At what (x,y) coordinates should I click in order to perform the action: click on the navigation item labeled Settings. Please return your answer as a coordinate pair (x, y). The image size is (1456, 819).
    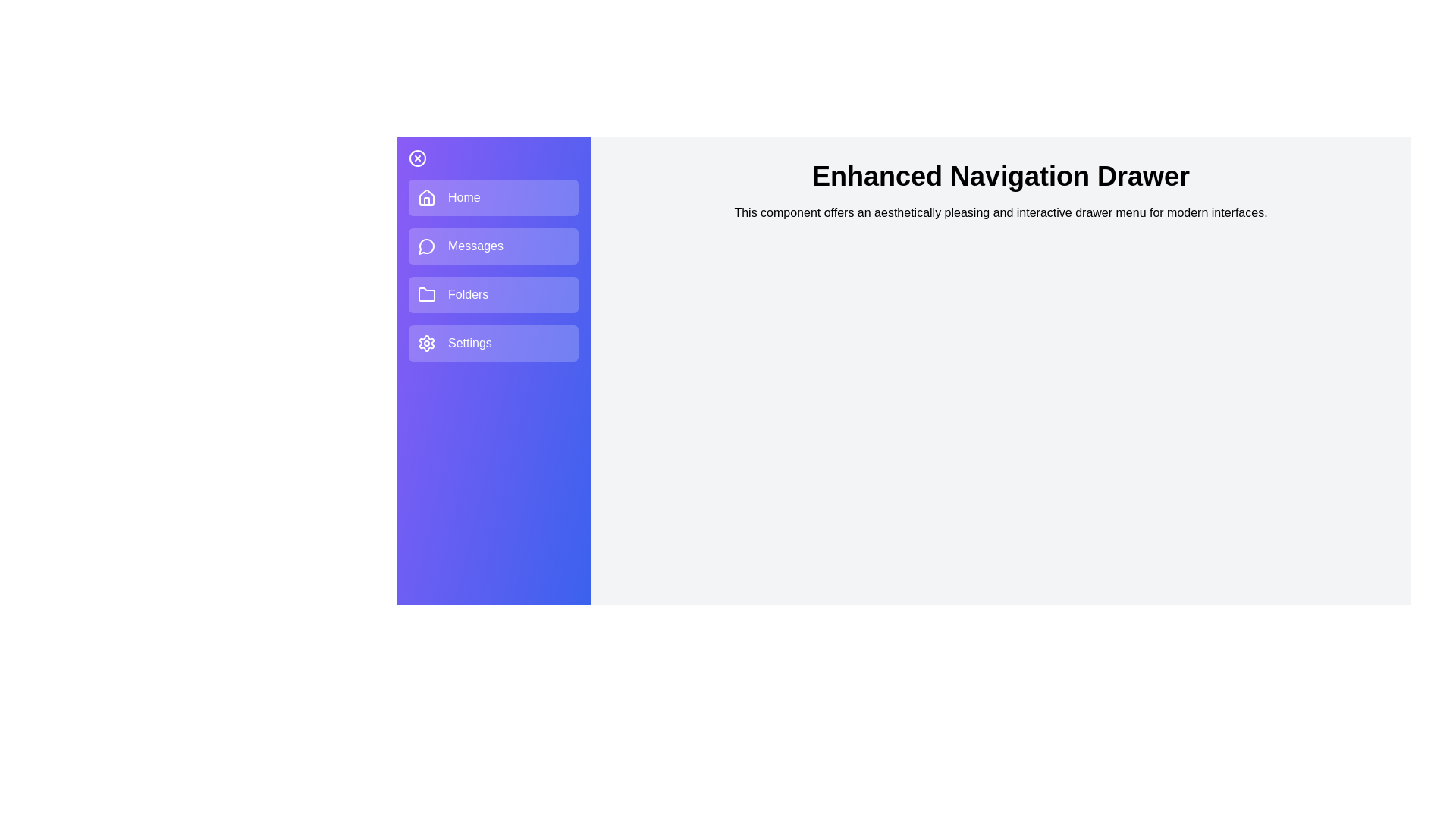
    Looking at the image, I should click on (494, 343).